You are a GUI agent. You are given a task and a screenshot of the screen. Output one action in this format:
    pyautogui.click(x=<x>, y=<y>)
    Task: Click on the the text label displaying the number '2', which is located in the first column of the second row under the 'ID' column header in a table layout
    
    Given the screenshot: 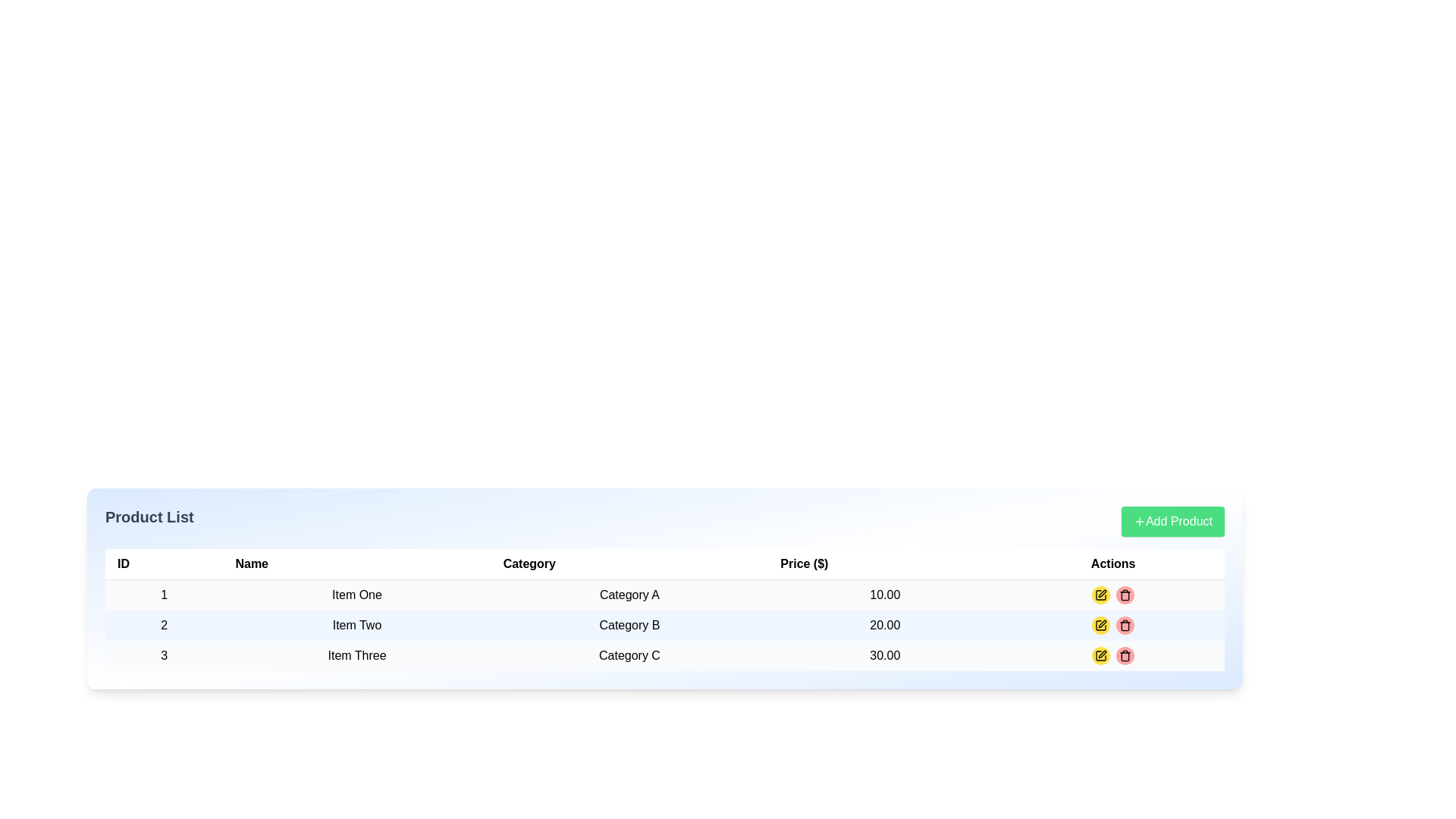 What is the action you would take?
    pyautogui.click(x=164, y=626)
    